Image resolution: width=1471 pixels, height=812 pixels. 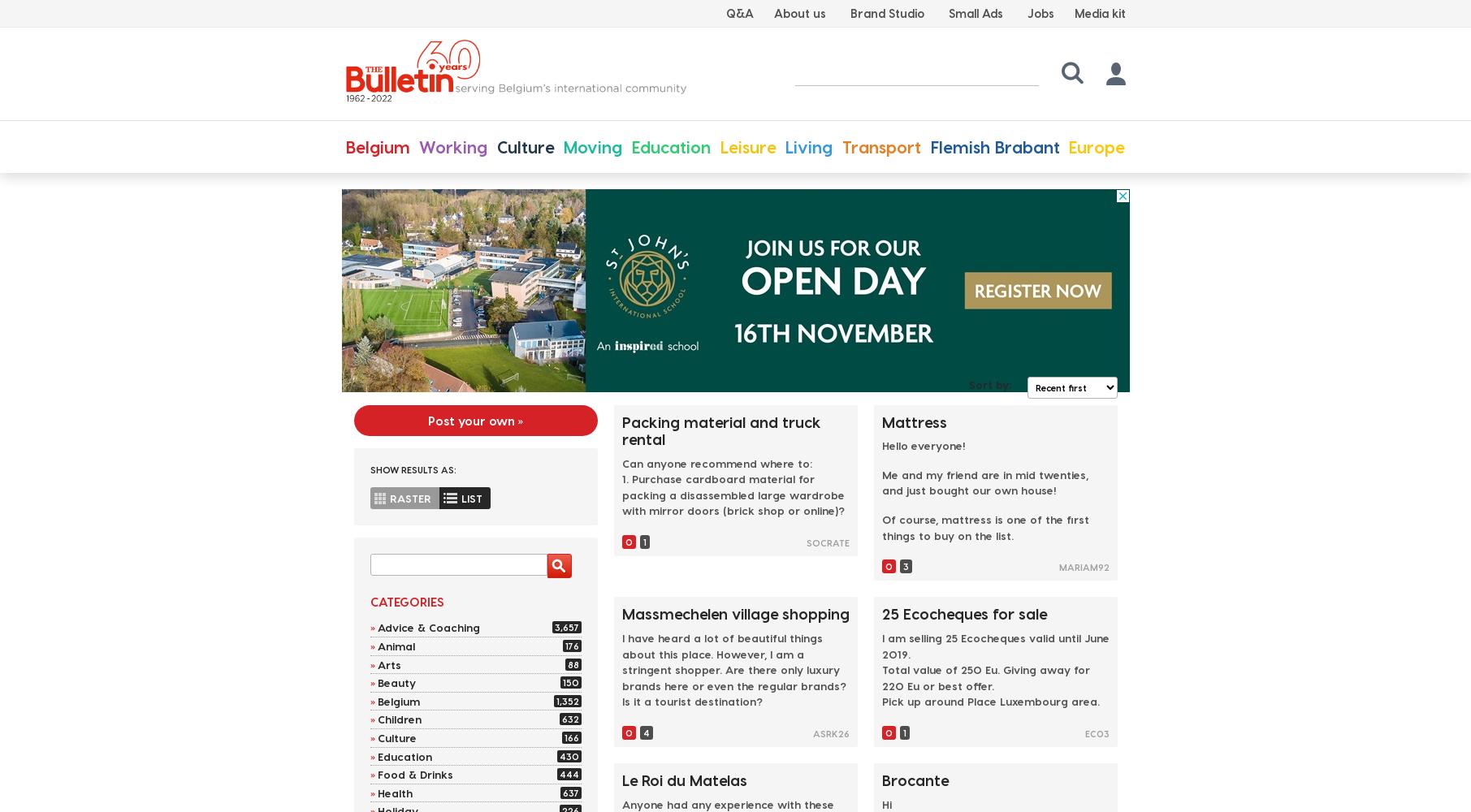 What do you see at coordinates (798, 13) in the screenshot?
I see `'About us'` at bounding box center [798, 13].